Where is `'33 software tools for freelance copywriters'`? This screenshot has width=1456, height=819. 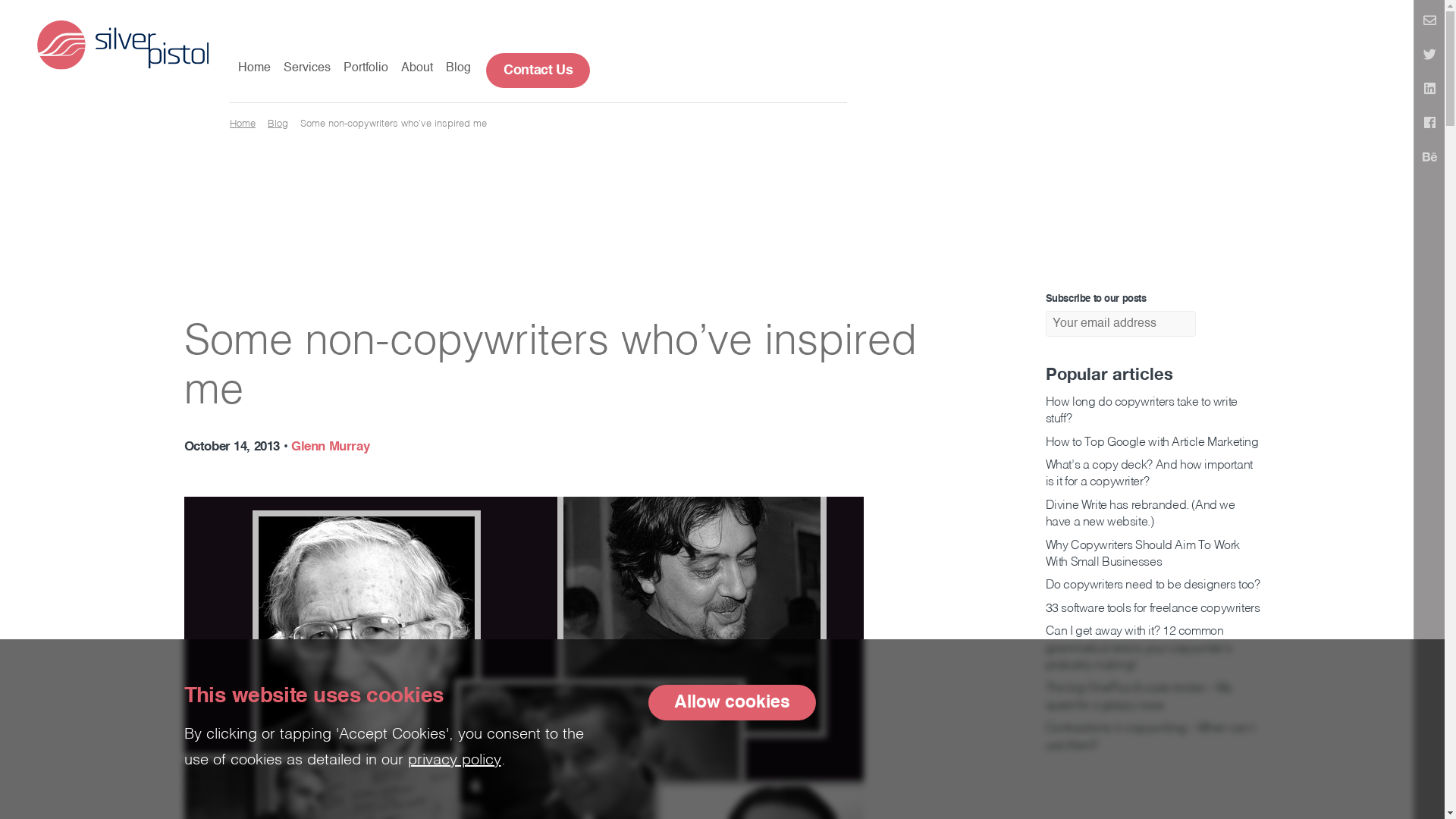
'33 software tools for freelance copywriters' is located at coordinates (1152, 607).